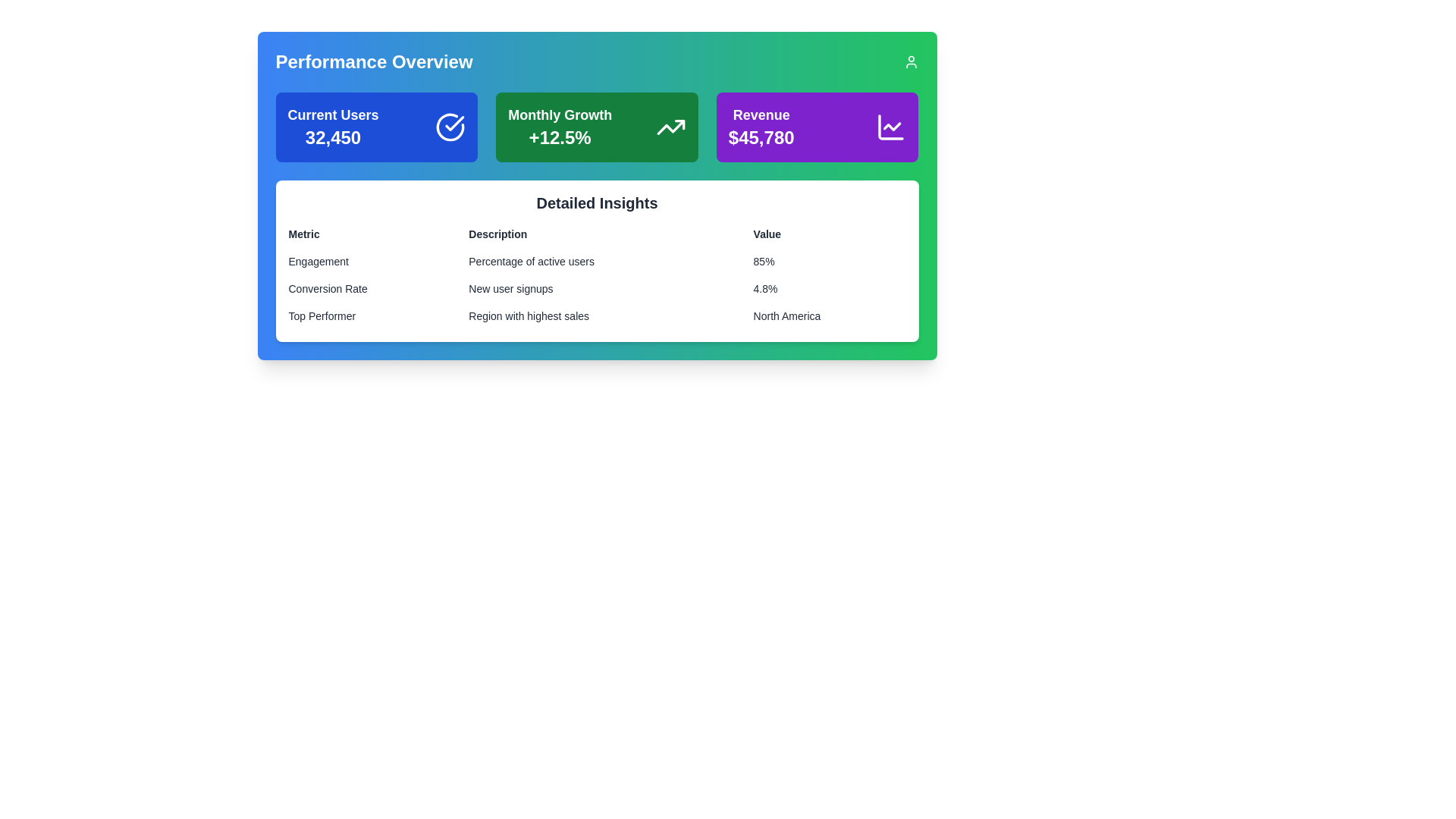 This screenshot has width=1456, height=819. Describe the element at coordinates (891, 127) in the screenshot. I see `the 'Revenue' icon located in the top-right section of the 'Performance Overview' card, adjacent to the text '$45,780', to interact with it` at that location.